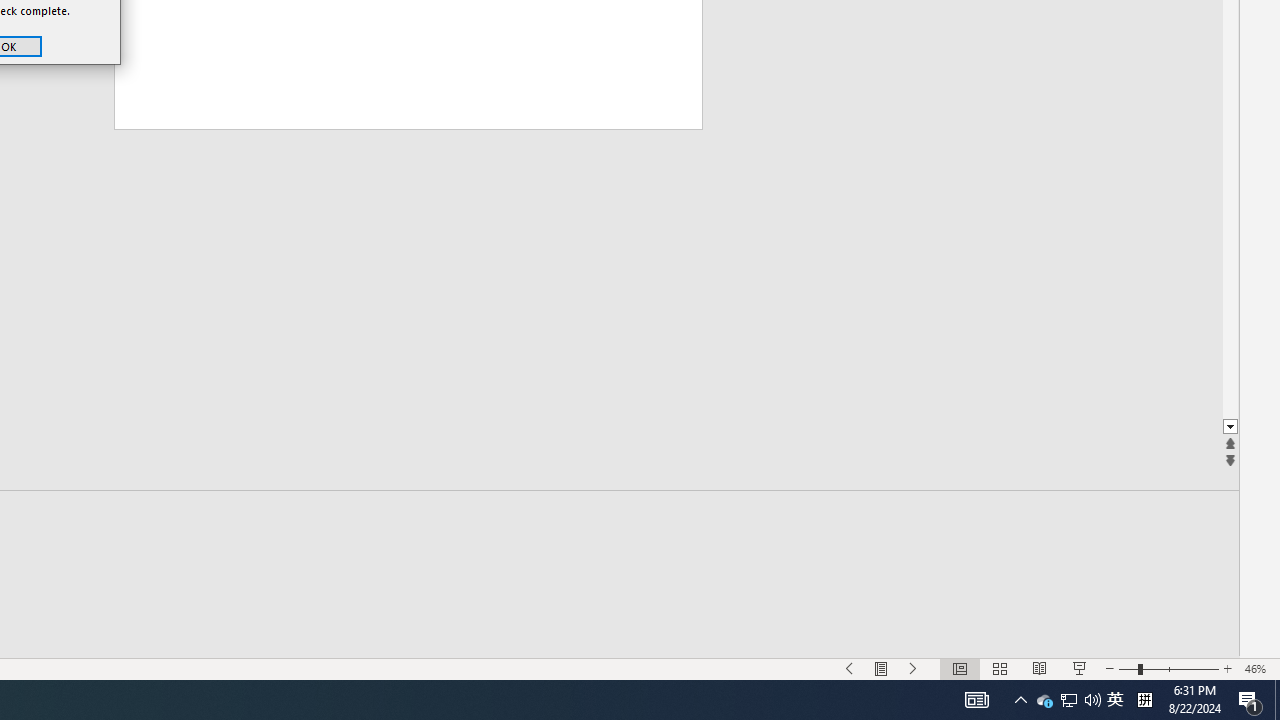 Image resolution: width=1280 pixels, height=720 pixels. What do you see at coordinates (977, 698) in the screenshot?
I see `'Menu On'` at bounding box center [977, 698].